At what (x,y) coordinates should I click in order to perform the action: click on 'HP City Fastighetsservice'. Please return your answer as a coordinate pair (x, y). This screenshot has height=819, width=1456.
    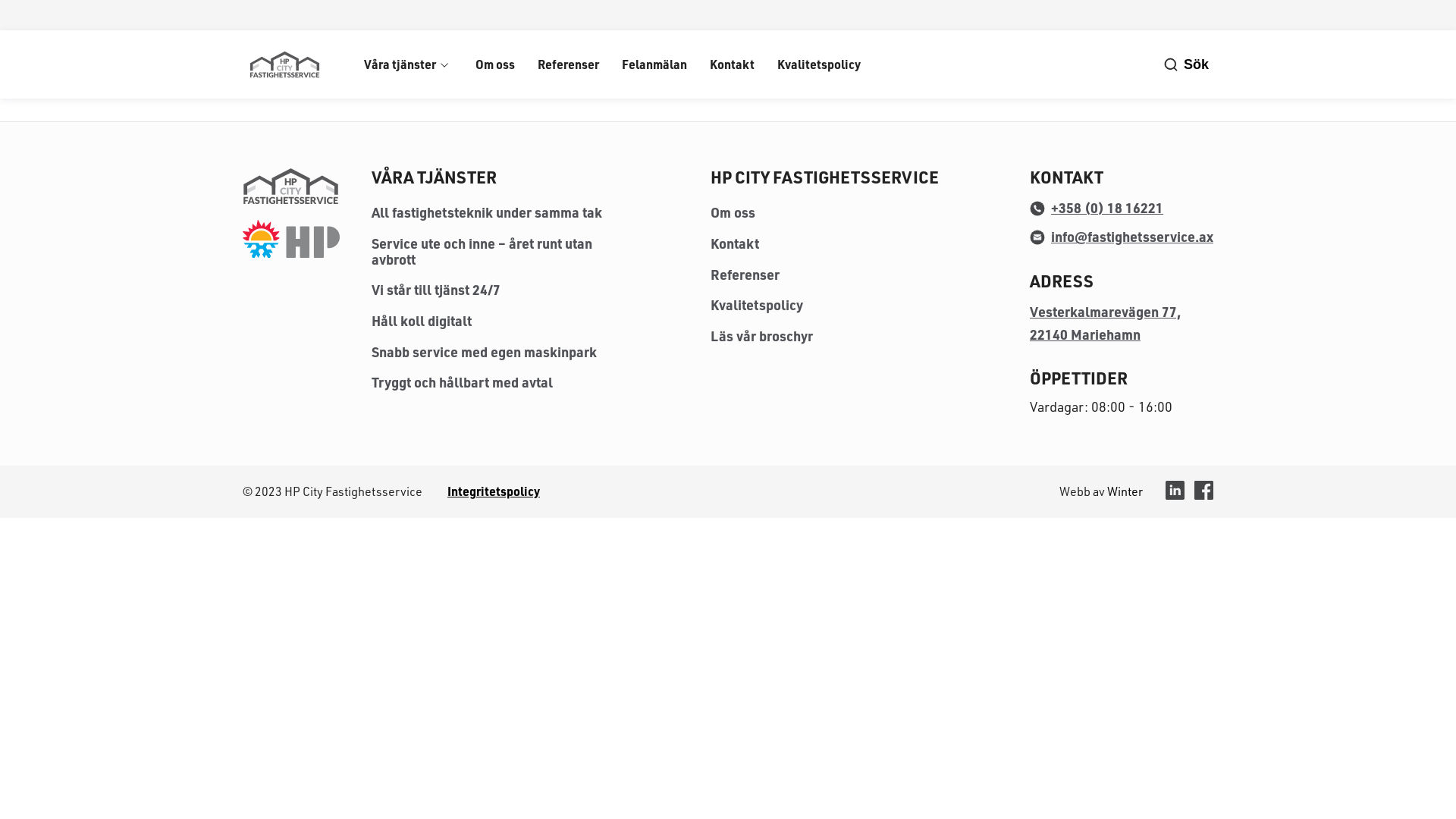
    Looking at the image, I should click on (284, 63).